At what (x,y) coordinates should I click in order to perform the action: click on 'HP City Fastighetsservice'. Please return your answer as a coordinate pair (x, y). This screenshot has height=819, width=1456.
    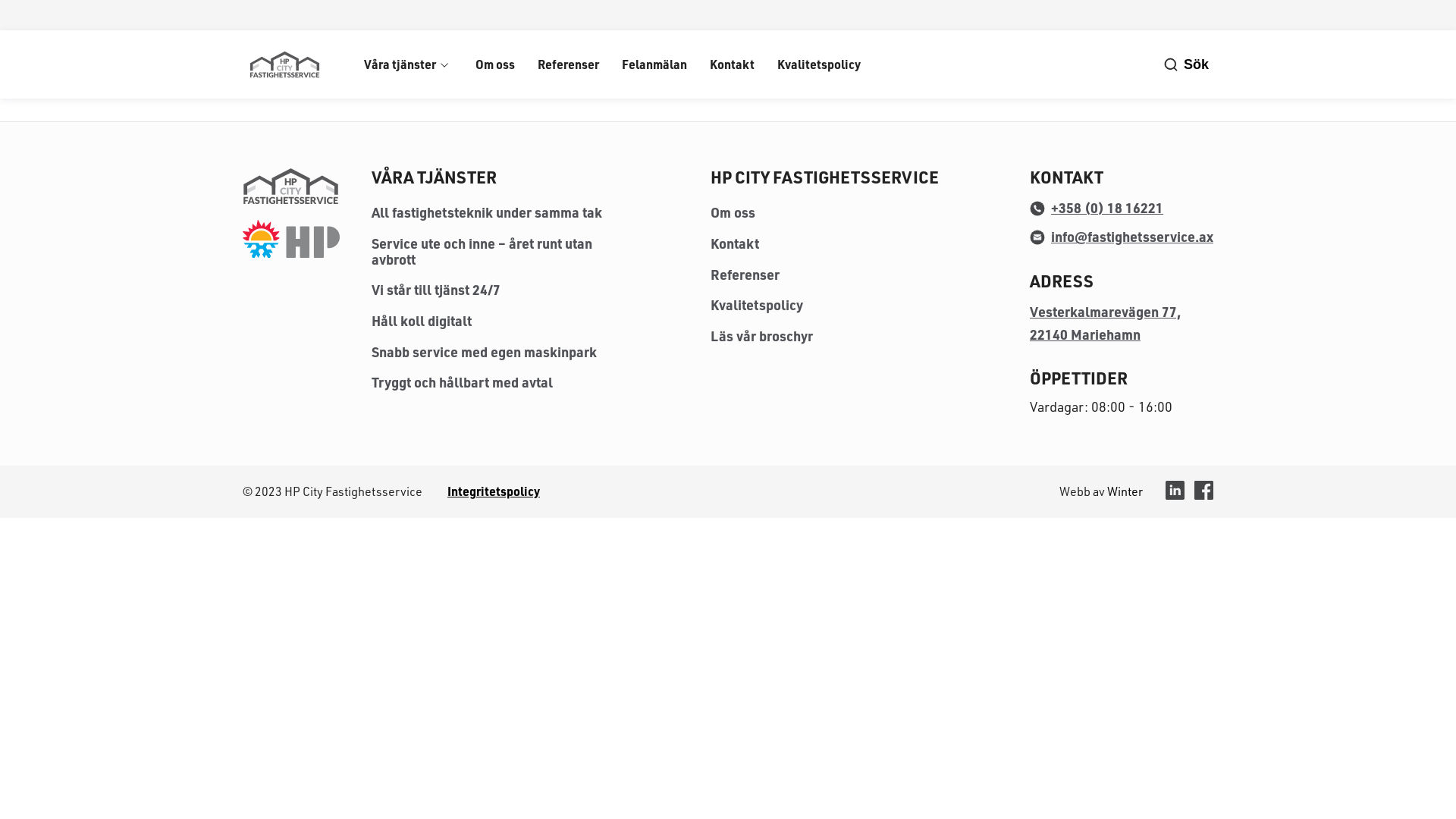
    Looking at the image, I should click on (284, 63).